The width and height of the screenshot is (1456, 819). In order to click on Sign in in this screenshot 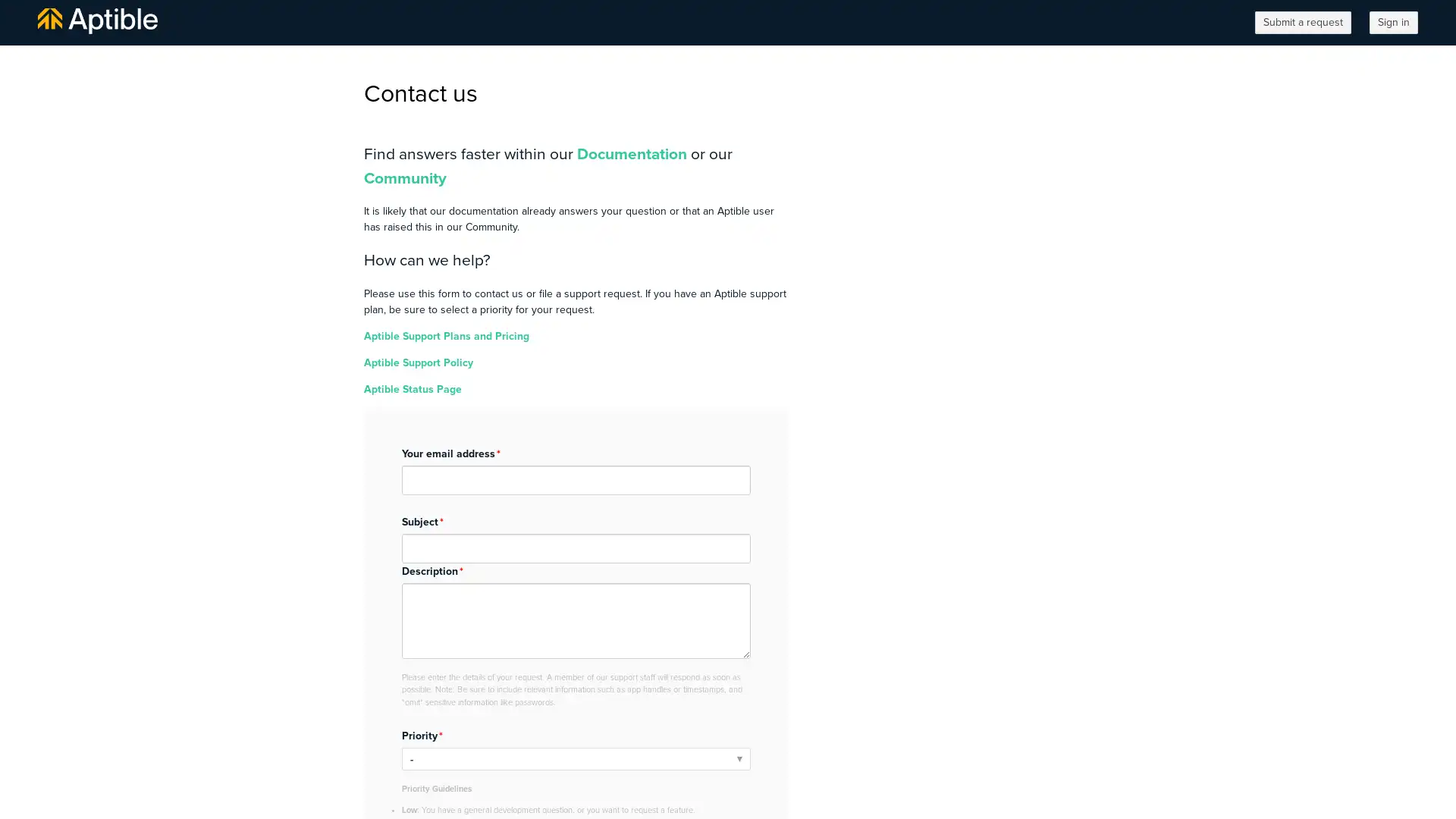, I will do `click(1394, 23)`.